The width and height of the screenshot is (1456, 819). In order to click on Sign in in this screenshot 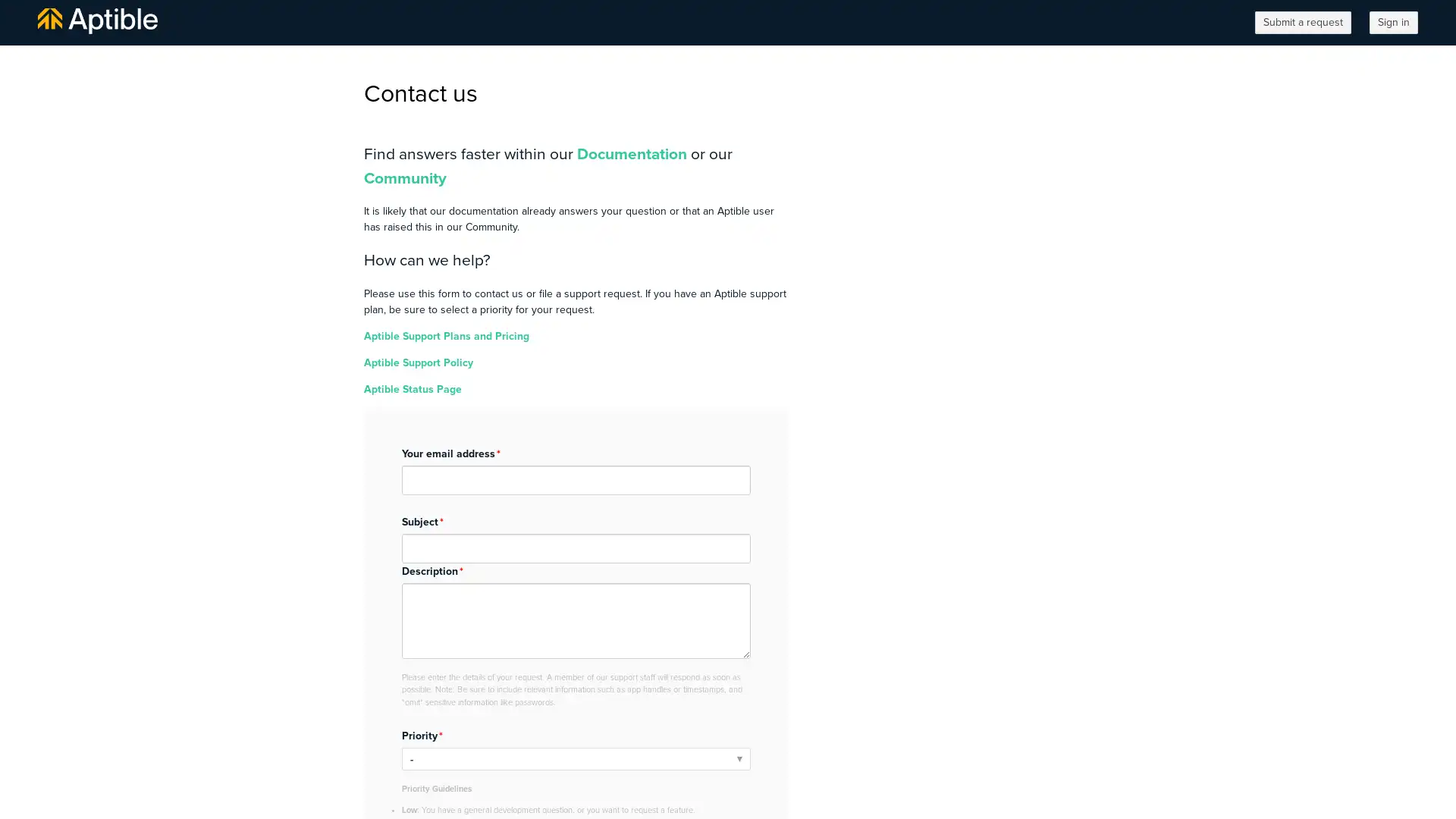, I will do `click(1394, 23)`.